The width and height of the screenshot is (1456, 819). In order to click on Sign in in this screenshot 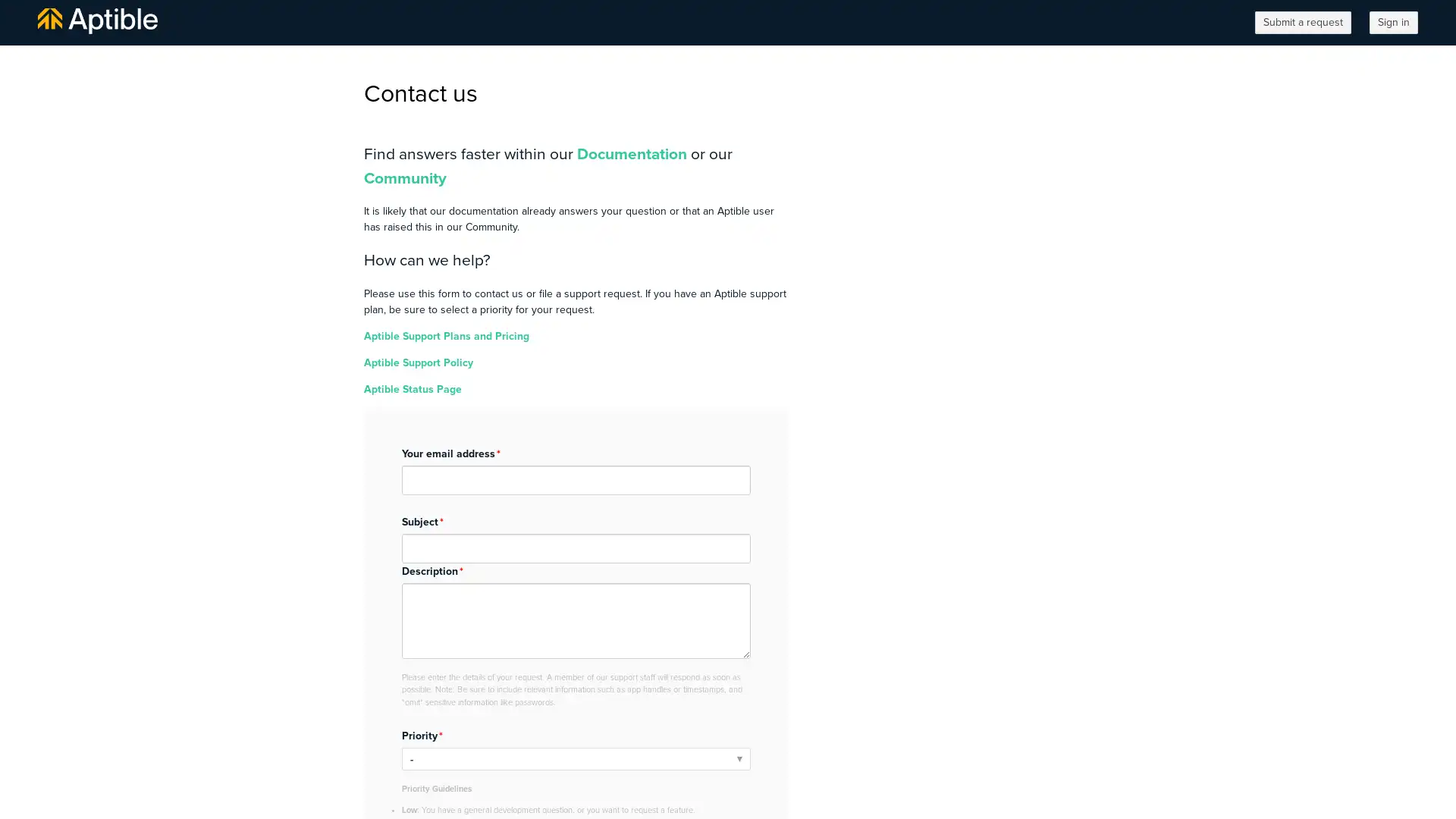, I will do `click(1394, 23)`.